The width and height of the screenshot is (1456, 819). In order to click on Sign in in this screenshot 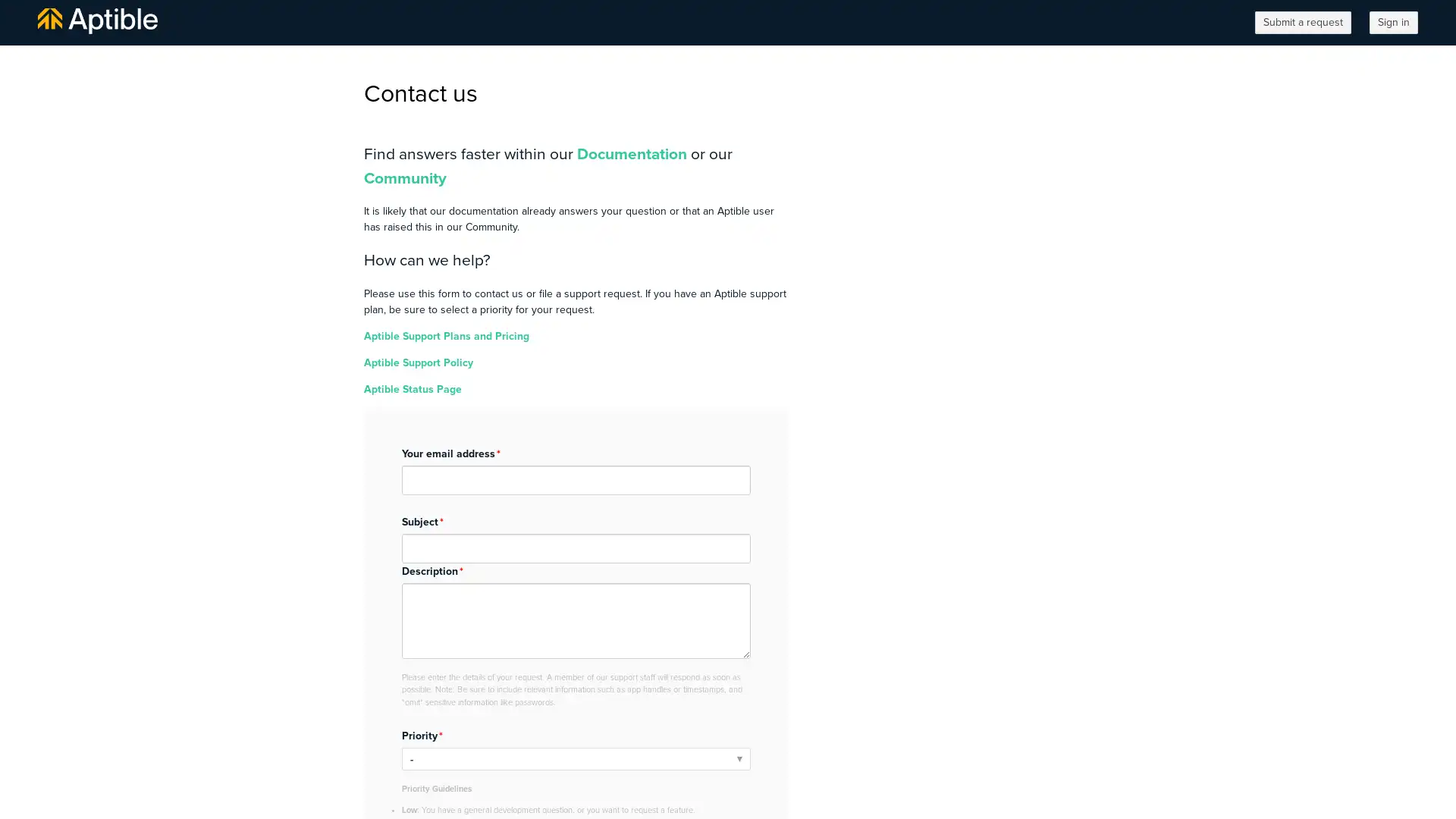, I will do `click(1394, 23)`.